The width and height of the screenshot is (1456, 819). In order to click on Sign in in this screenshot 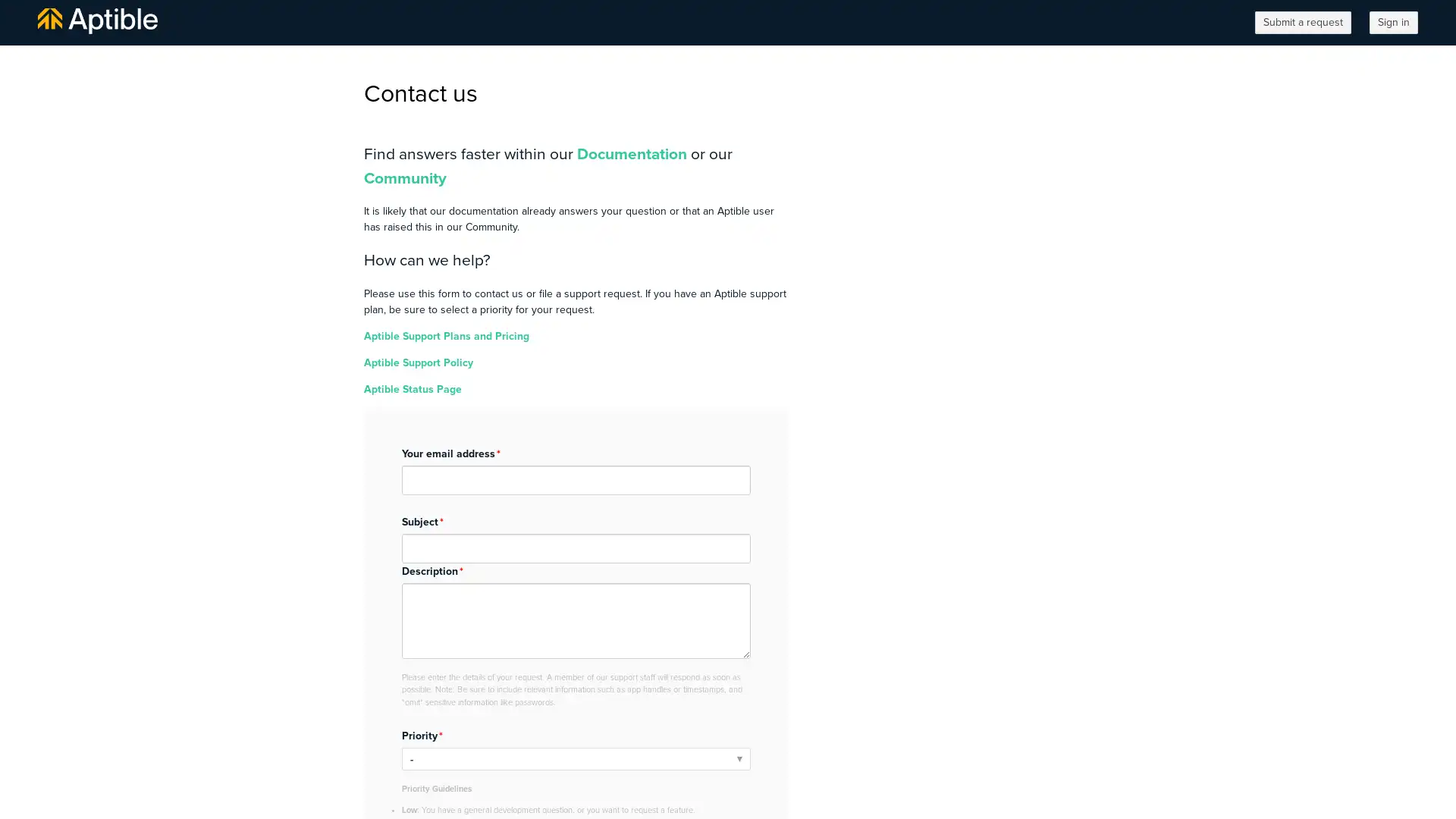, I will do `click(1394, 23)`.